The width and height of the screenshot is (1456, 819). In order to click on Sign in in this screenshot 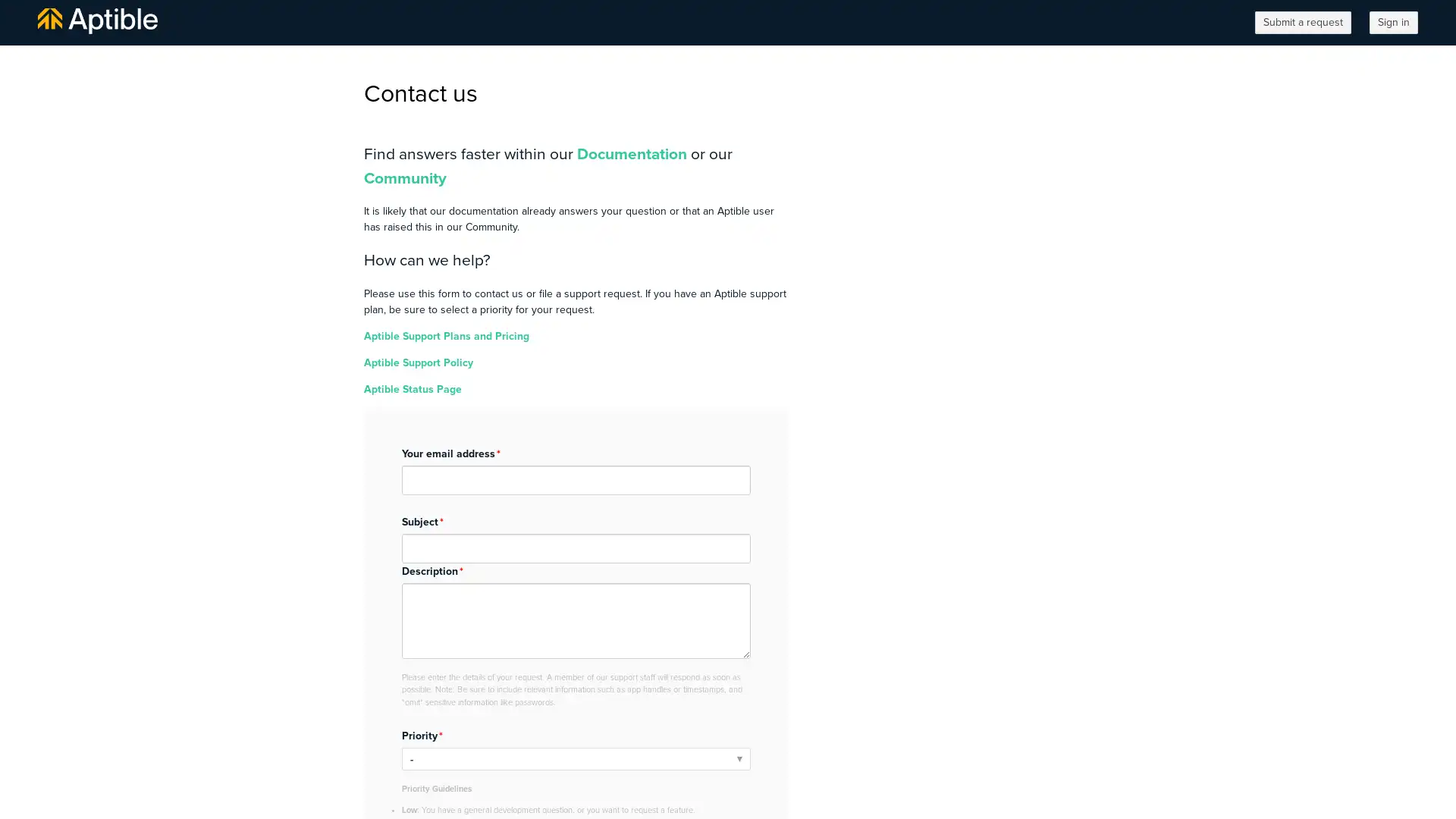, I will do `click(1394, 23)`.